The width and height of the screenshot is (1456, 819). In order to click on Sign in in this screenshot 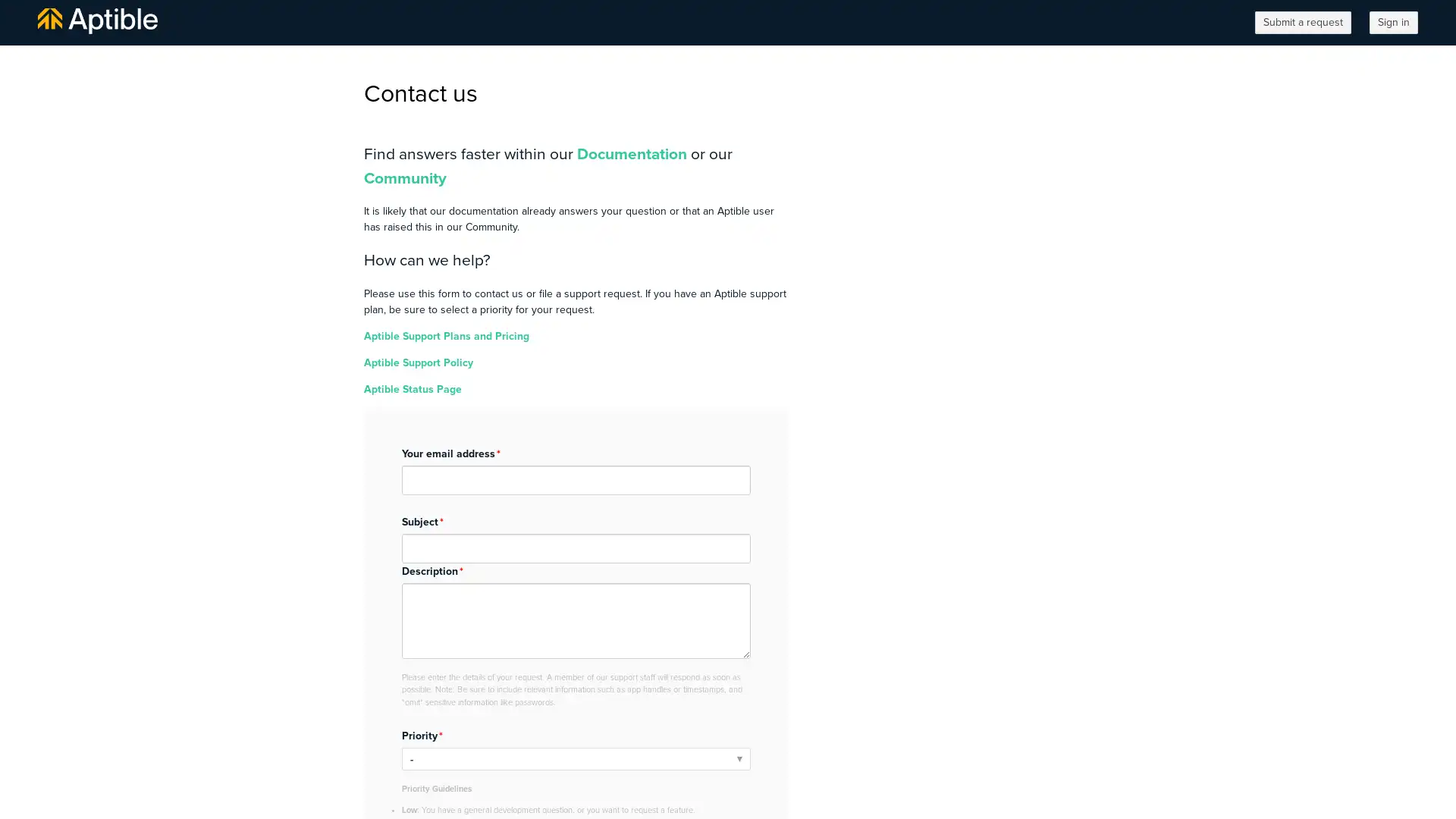, I will do `click(1394, 23)`.